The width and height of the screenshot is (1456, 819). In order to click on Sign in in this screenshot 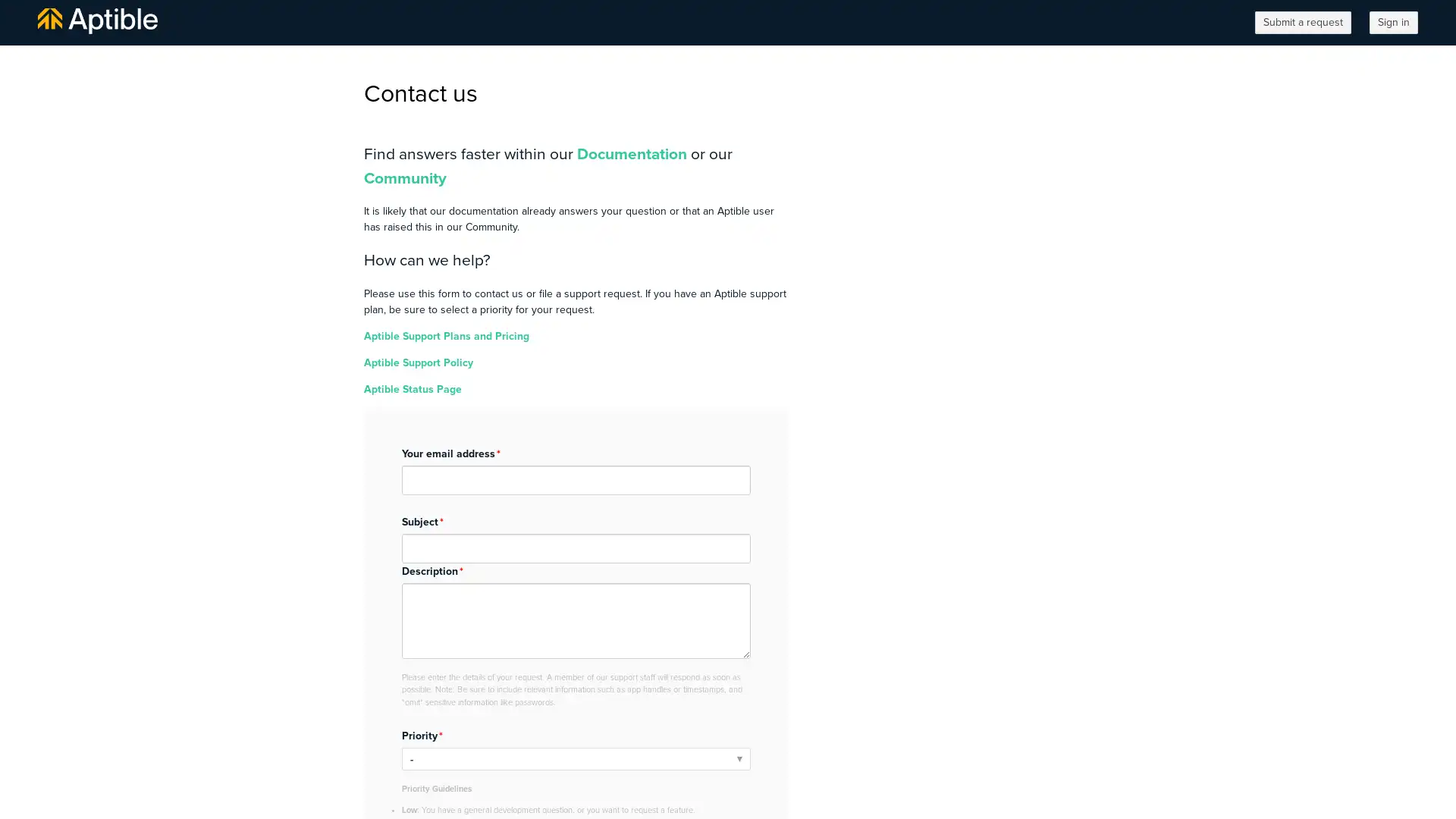, I will do `click(1394, 23)`.